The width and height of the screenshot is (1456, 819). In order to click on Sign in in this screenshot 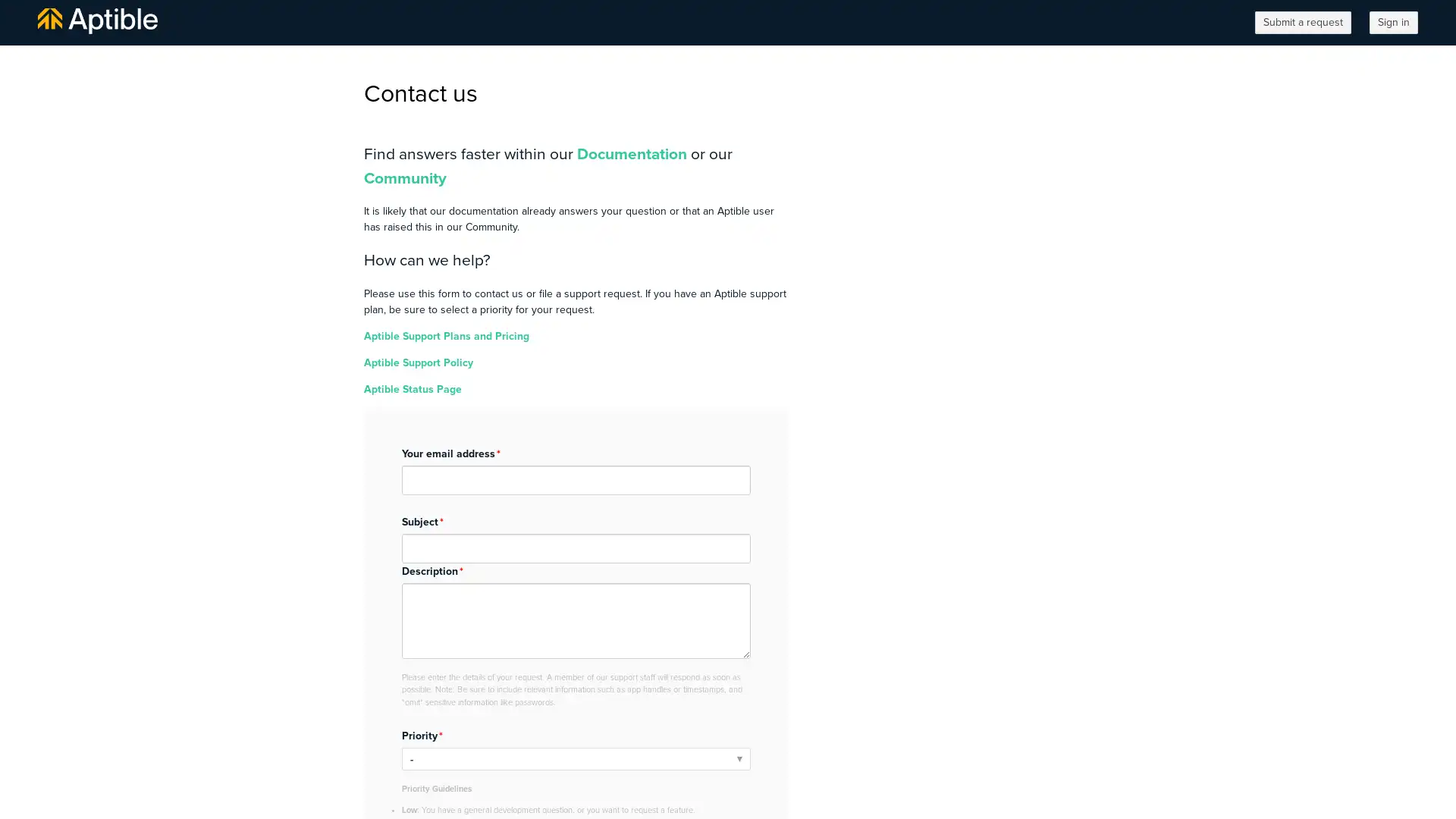, I will do `click(1394, 23)`.